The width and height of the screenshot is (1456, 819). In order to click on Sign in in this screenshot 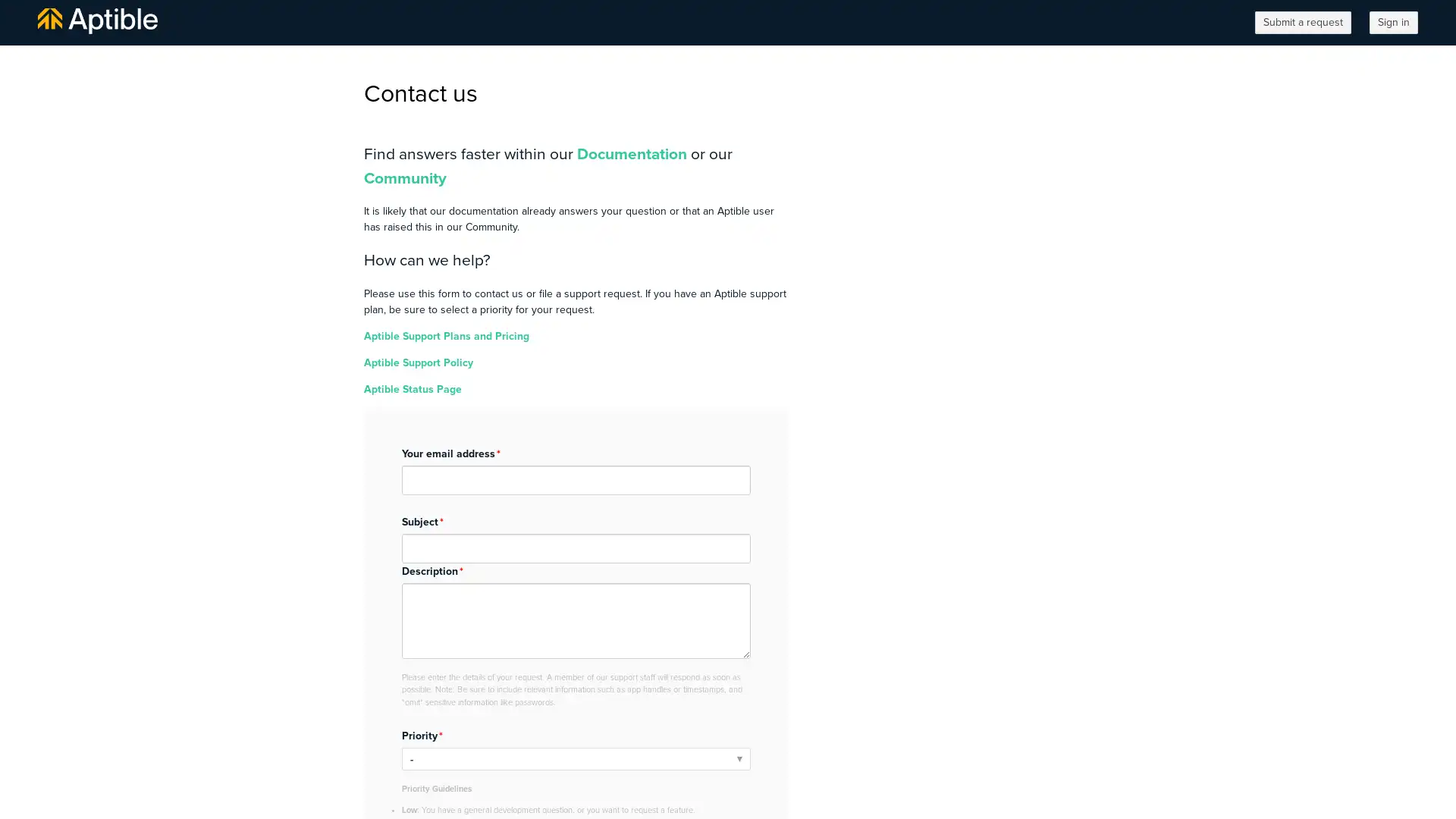, I will do `click(1394, 23)`.